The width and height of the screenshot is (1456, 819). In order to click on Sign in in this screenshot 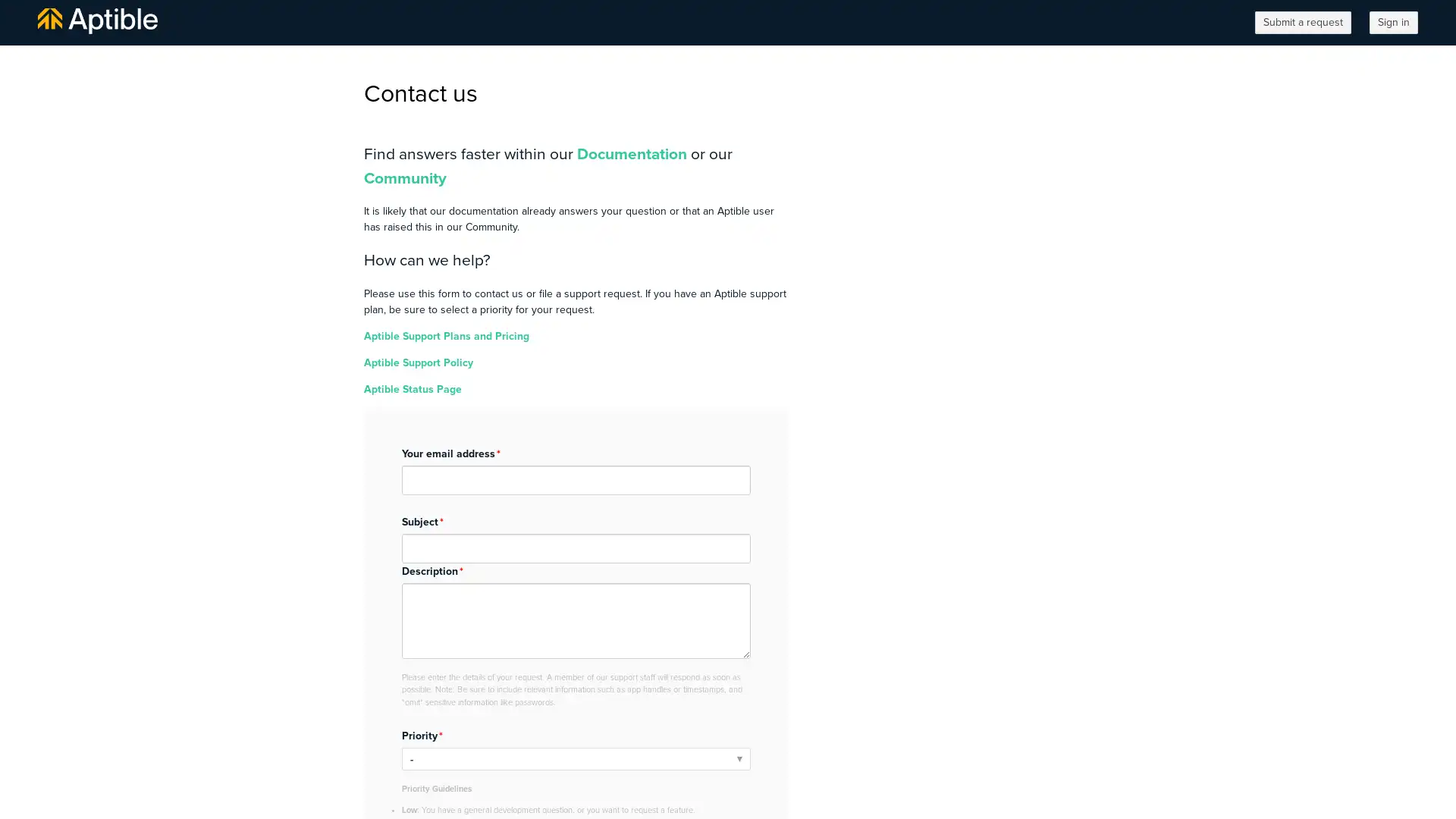, I will do `click(1394, 23)`.